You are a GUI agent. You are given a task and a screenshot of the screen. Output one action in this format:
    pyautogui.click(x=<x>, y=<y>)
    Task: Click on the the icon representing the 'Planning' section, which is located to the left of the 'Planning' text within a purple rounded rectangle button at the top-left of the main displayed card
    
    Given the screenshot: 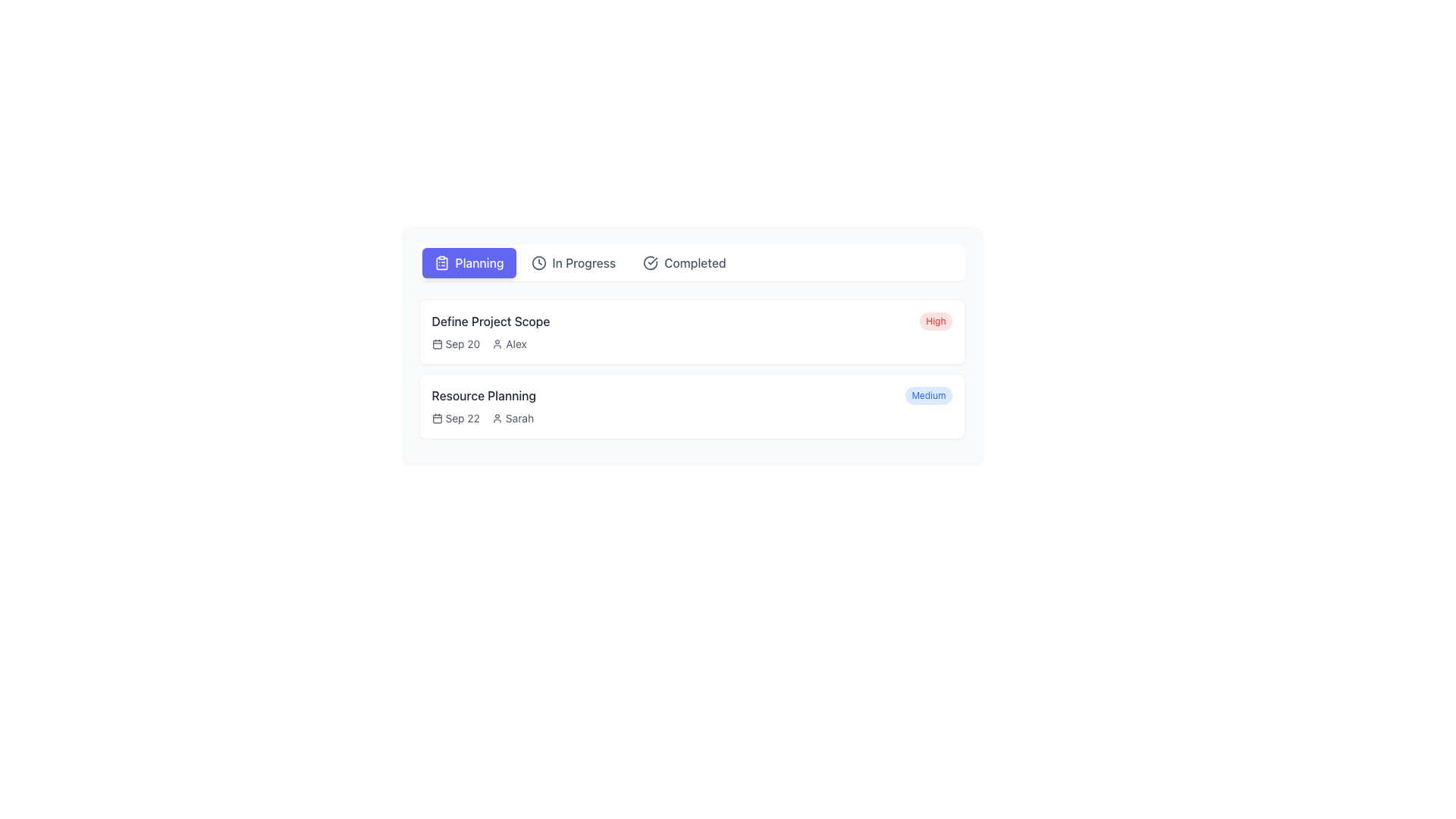 What is the action you would take?
    pyautogui.click(x=441, y=262)
    